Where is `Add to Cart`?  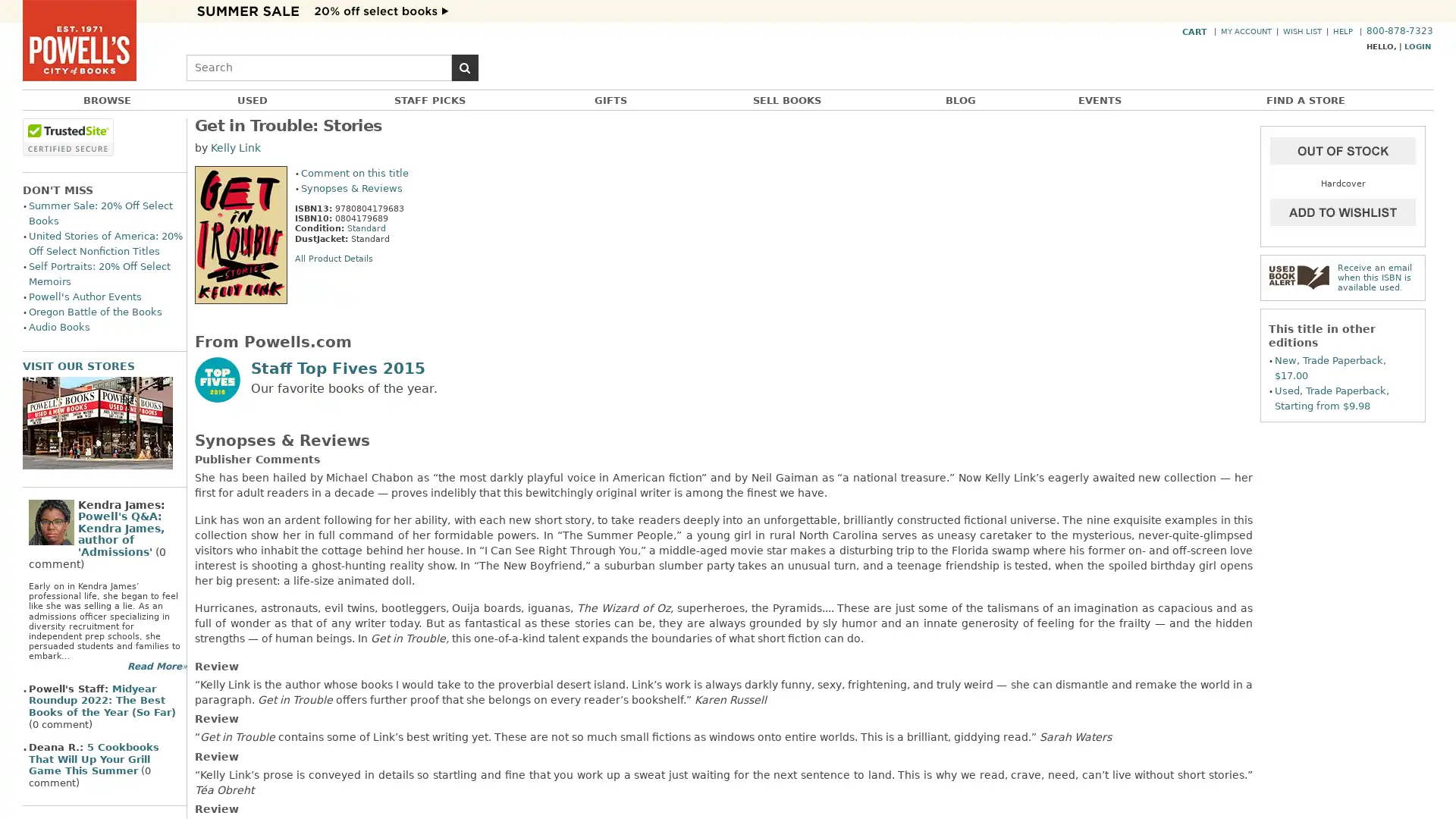 Add to Cart is located at coordinates (1343, 149).